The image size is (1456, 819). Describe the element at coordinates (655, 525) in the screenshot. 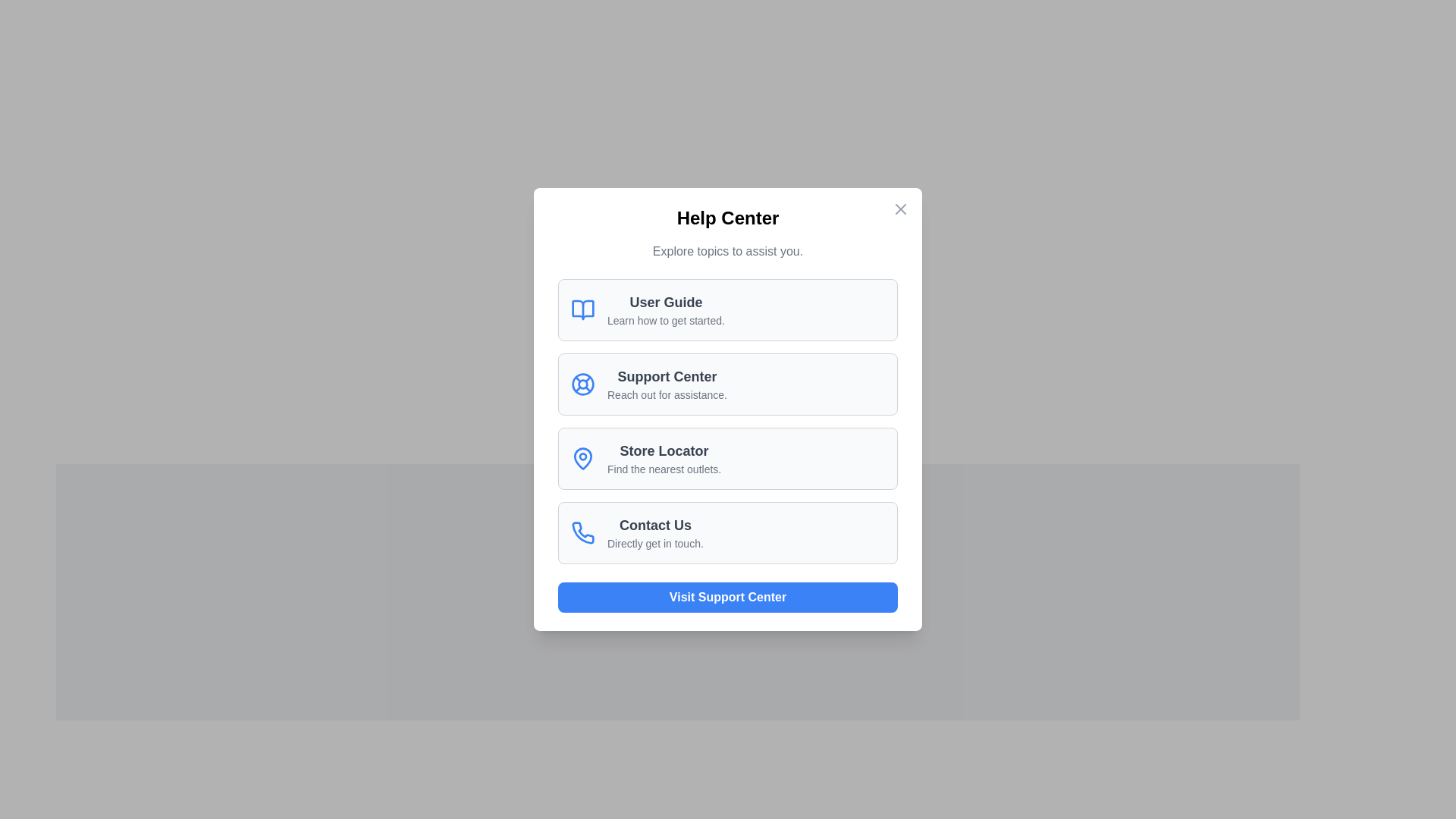

I see `text label that serves as a descriptive title for the contact section, located at the top of the fourth section in a modal dialog box` at that location.